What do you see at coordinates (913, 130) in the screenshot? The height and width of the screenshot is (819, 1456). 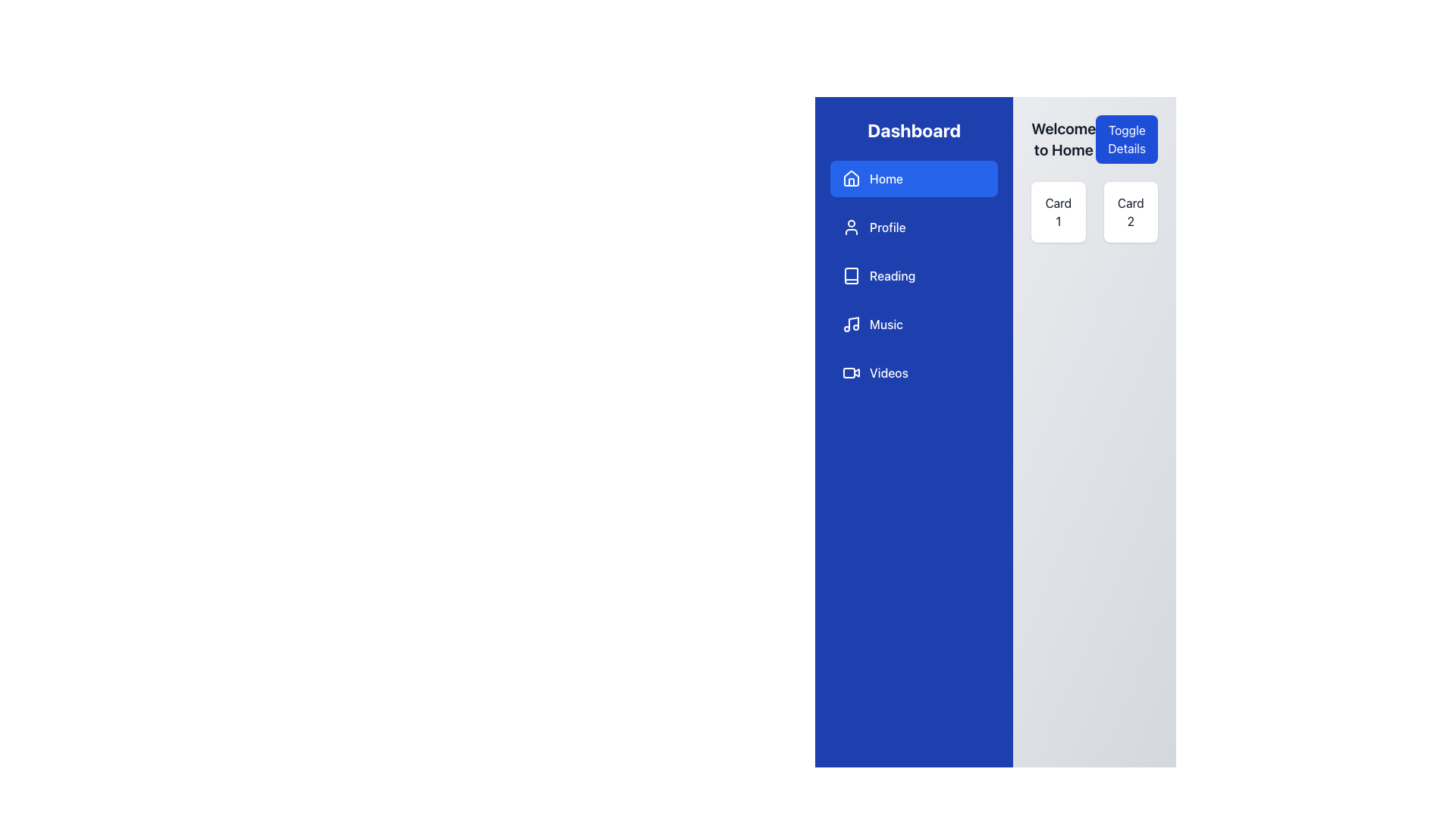 I see `the Text Label that serves as the title for the navigation menu indicating the Dashboard section, located at the top of the vertical navigation menu` at bounding box center [913, 130].